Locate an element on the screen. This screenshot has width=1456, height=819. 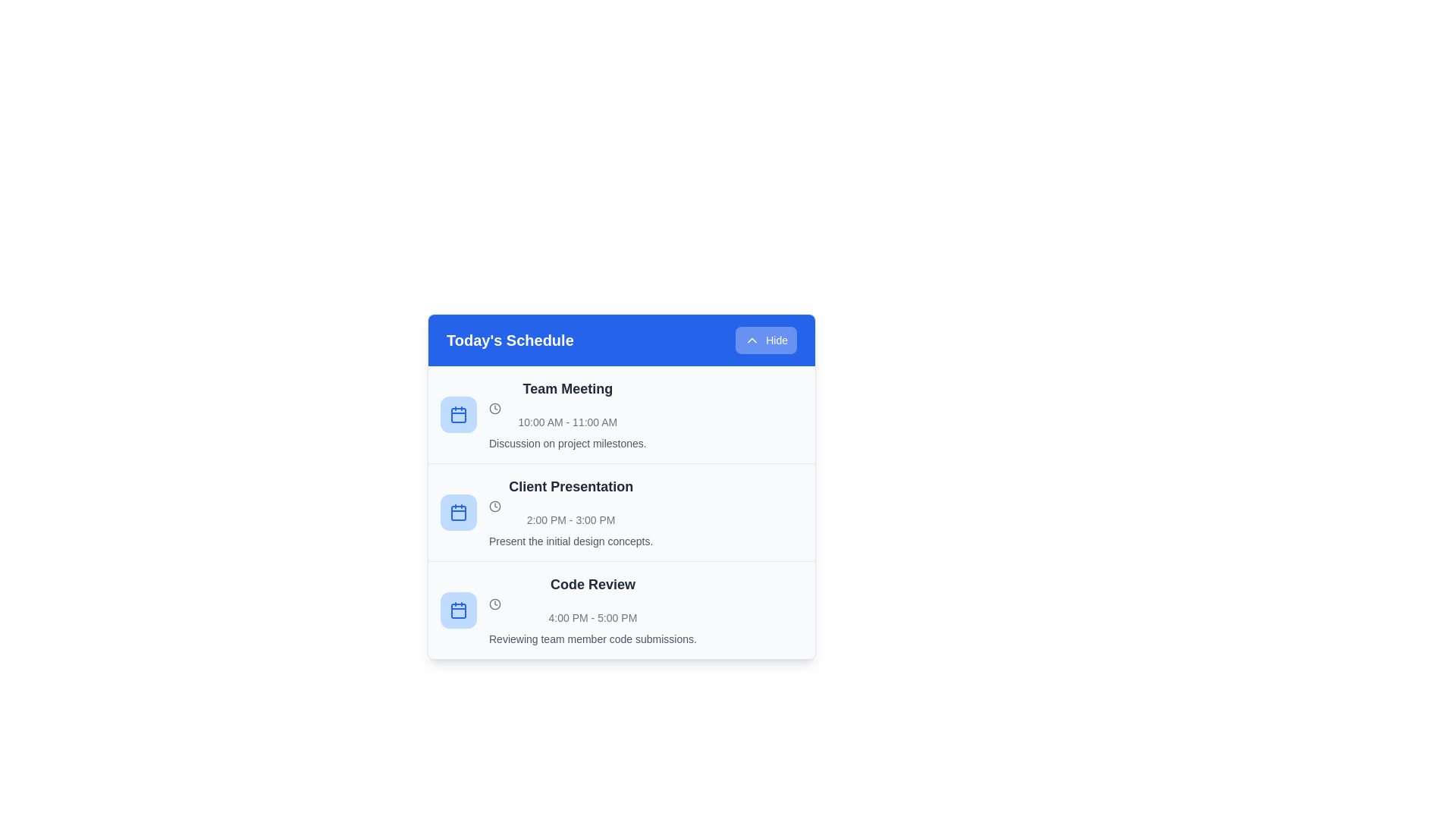
the text information element displaying '10:00 AM - 11:00 AM' with a clock icon, located under the 'Team Meeting' header in the schedule panel is located at coordinates (566, 416).